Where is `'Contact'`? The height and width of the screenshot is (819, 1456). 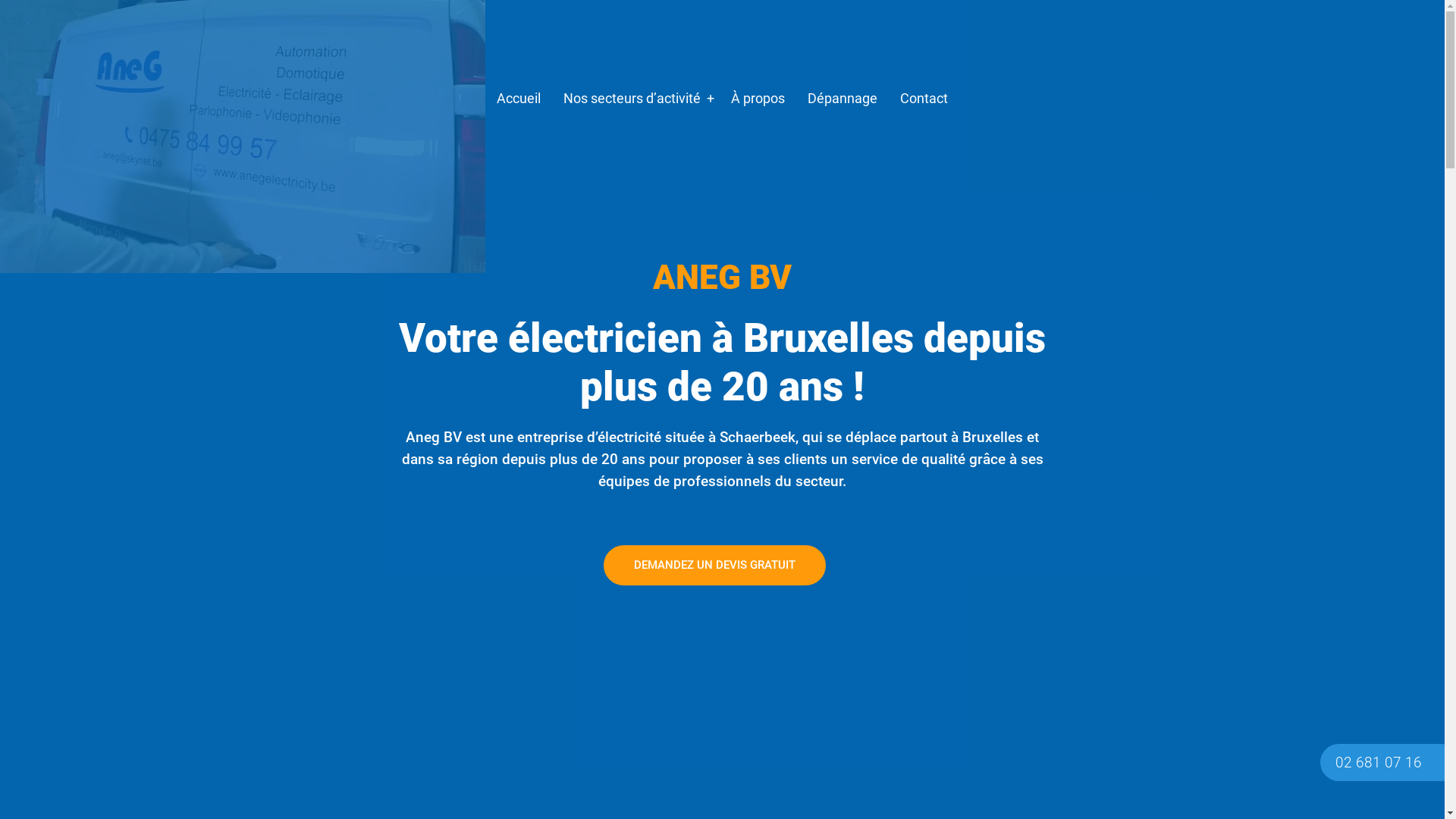 'Contact' is located at coordinates (923, 99).